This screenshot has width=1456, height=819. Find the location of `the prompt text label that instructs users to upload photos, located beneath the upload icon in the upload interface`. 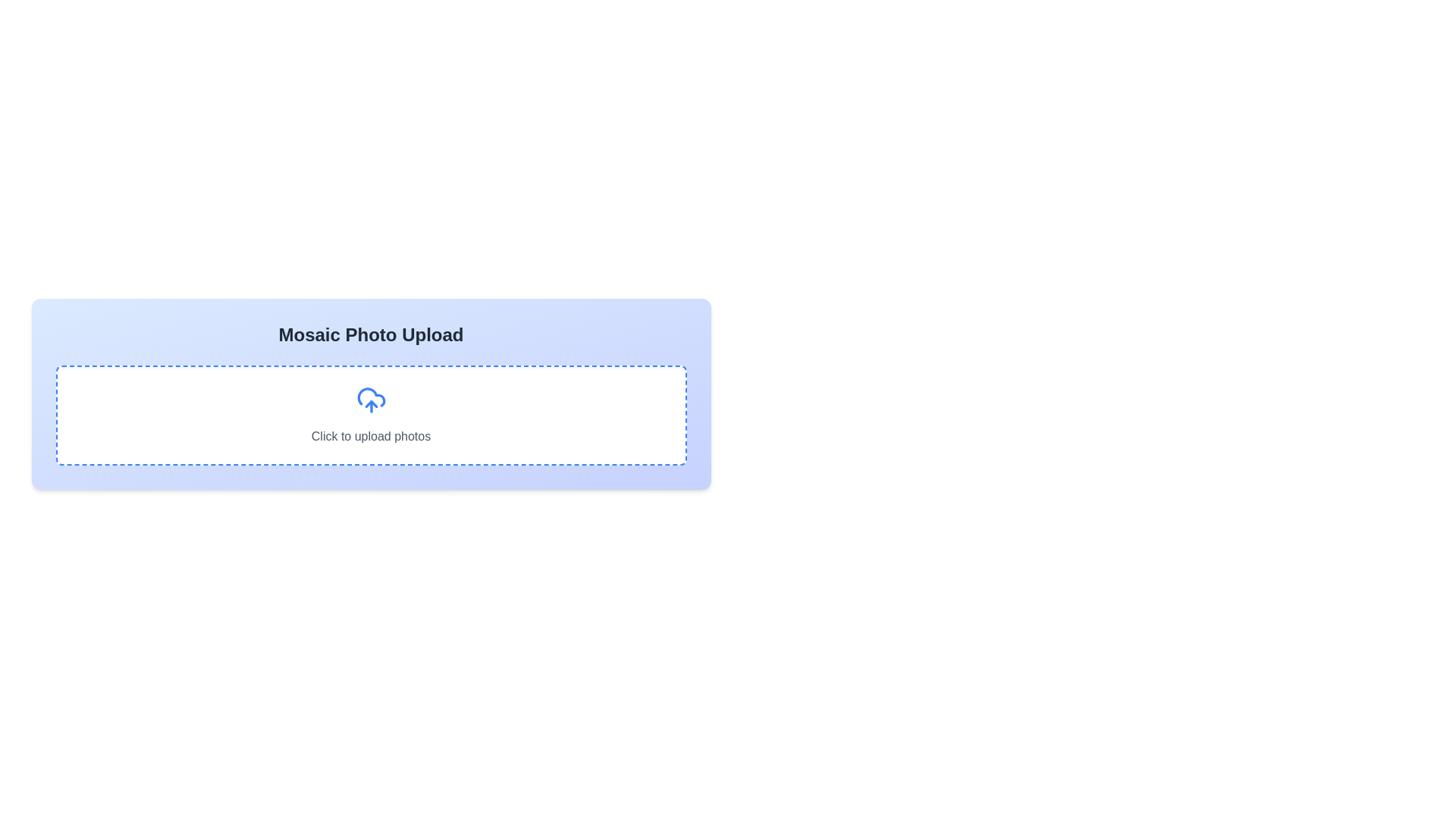

the prompt text label that instructs users to upload photos, located beneath the upload icon in the upload interface is located at coordinates (371, 436).